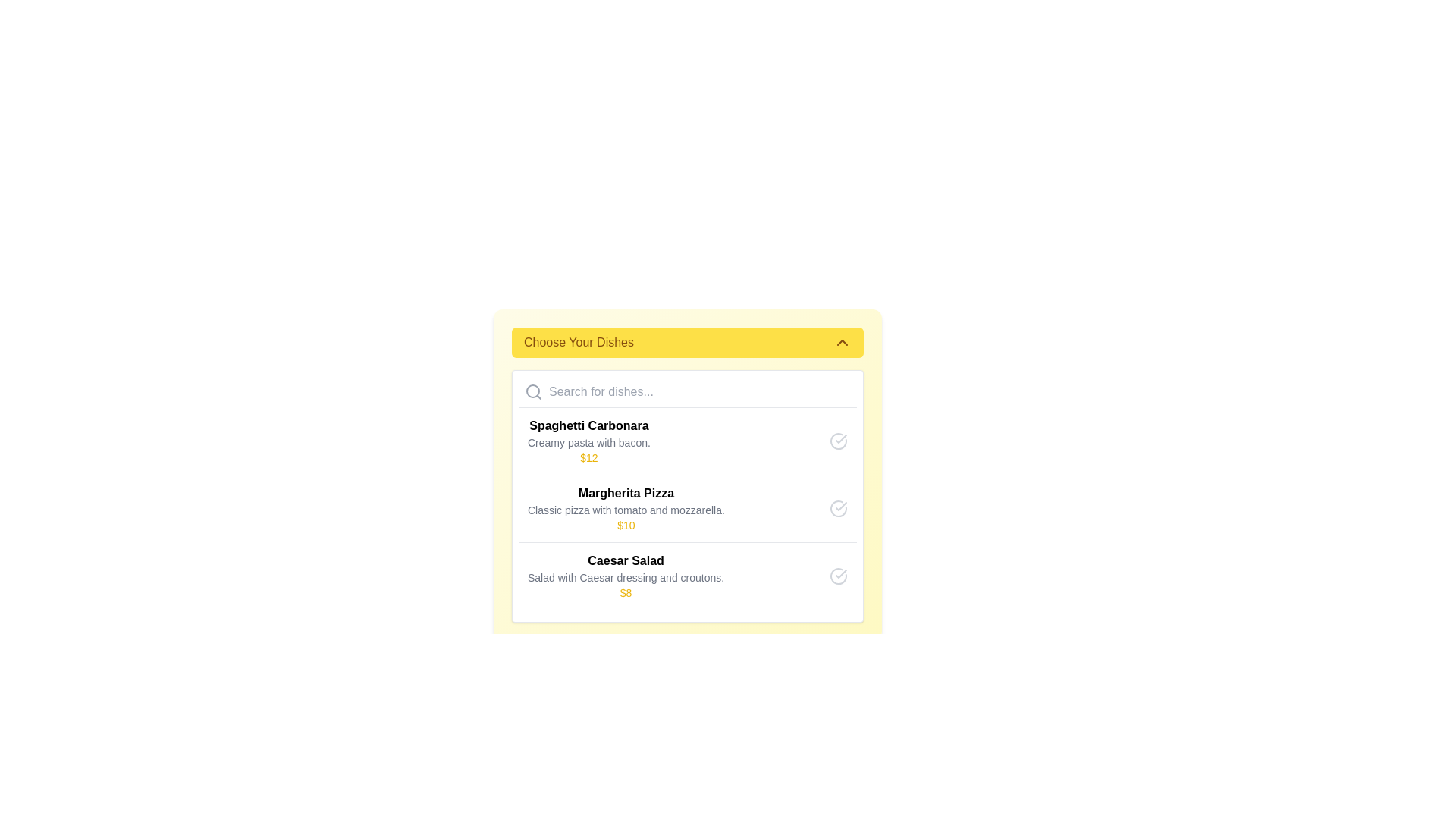 The height and width of the screenshot is (819, 1456). What do you see at coordinates (626, 561) in the screenshot?
I see `the 'Caesar Salad' text label element, which is a bold text label positioned at the top of a section containing meal information` at bounding box center [626, 561].